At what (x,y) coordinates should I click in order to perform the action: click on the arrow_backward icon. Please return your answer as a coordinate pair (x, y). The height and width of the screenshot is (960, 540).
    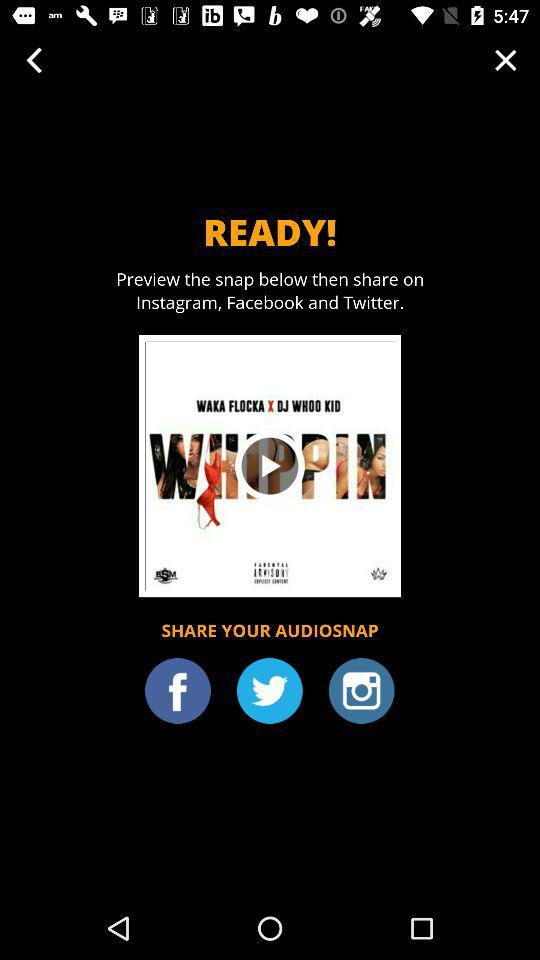
    Looking at the image, I should click on (33, 59).